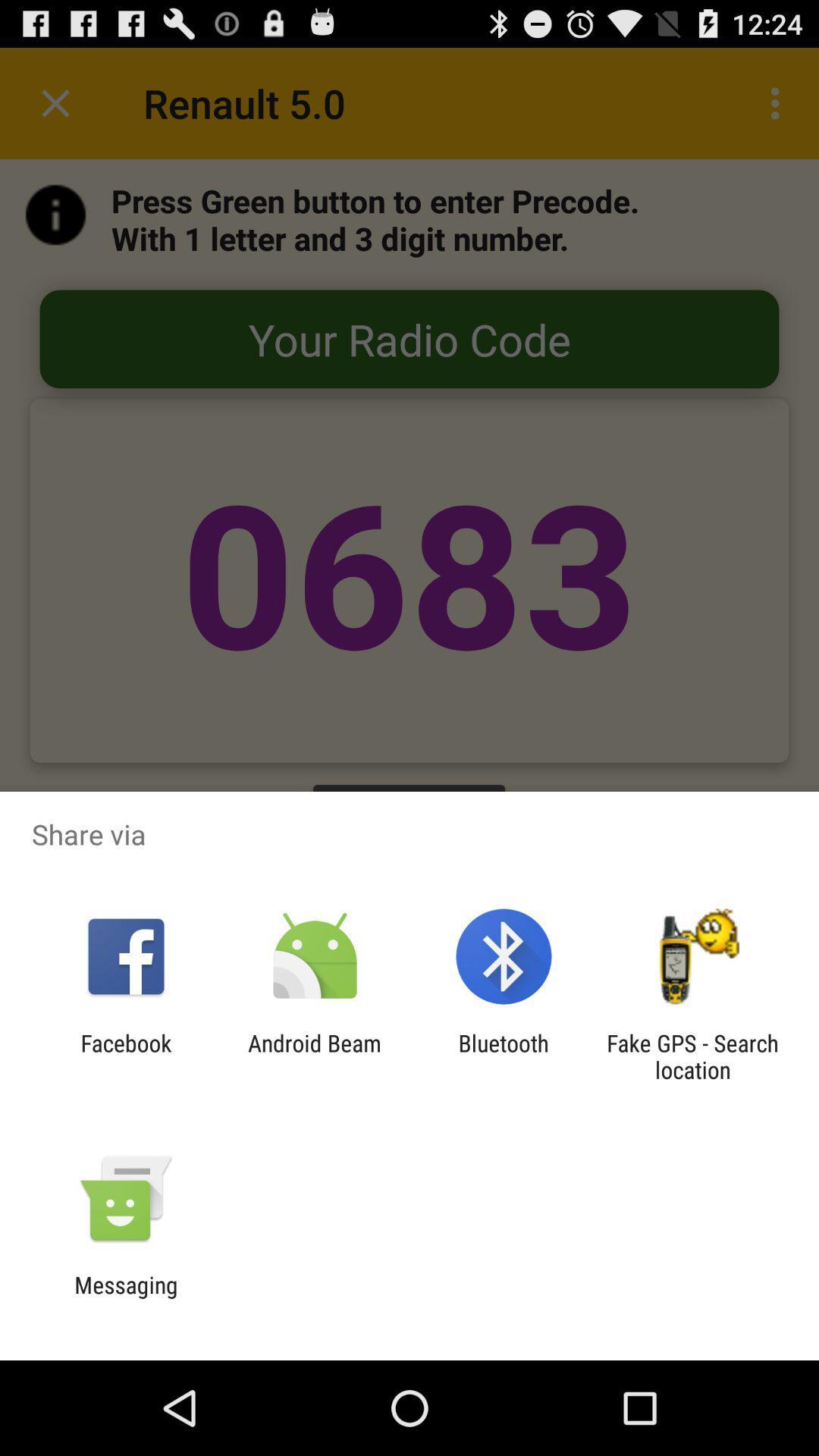 The image size is (819, 1456). What do you see at coordinates (504, 1056) in the screenshot?
I see `the item to the left of fake gps search` at bounding box center [504, 1056].